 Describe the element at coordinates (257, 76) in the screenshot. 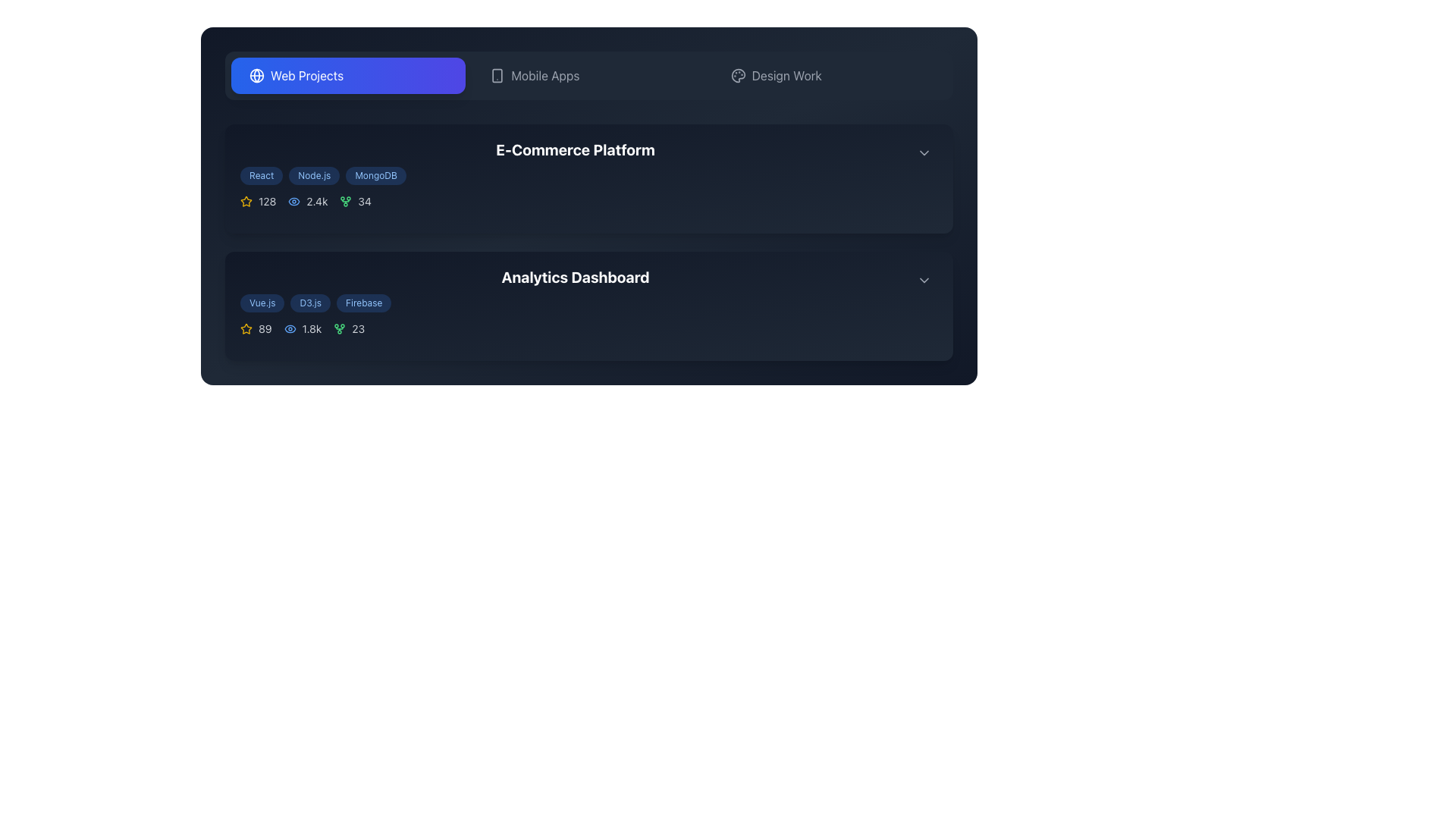

I see `the Circle element that forms the outline of the globe icon, which is part of an SVG graphic used for global settings or language selection` at that location.